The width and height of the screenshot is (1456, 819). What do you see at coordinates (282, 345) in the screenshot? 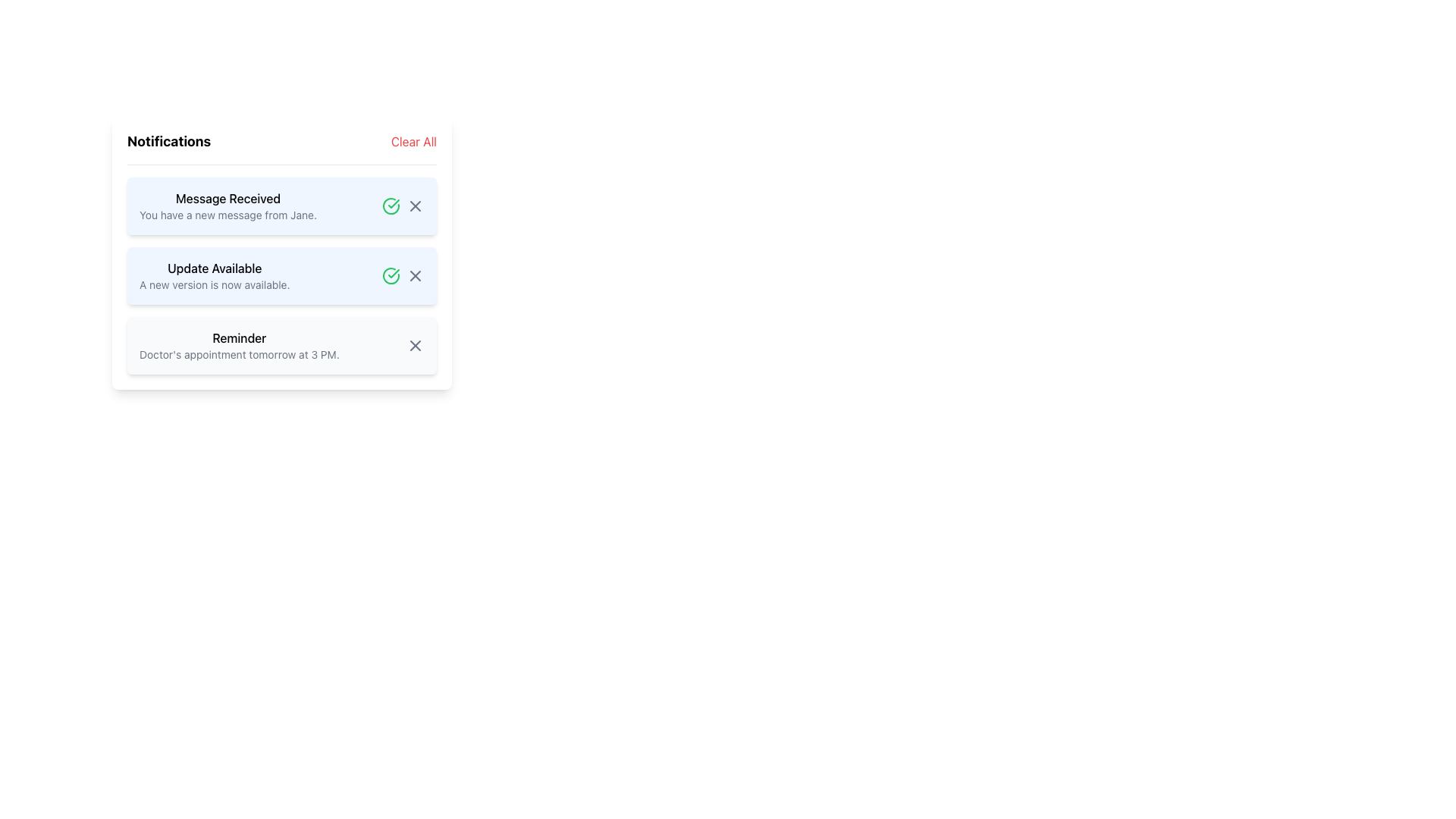
I see `the third notification card in the Notifications section` at bounding box center [282, 345].